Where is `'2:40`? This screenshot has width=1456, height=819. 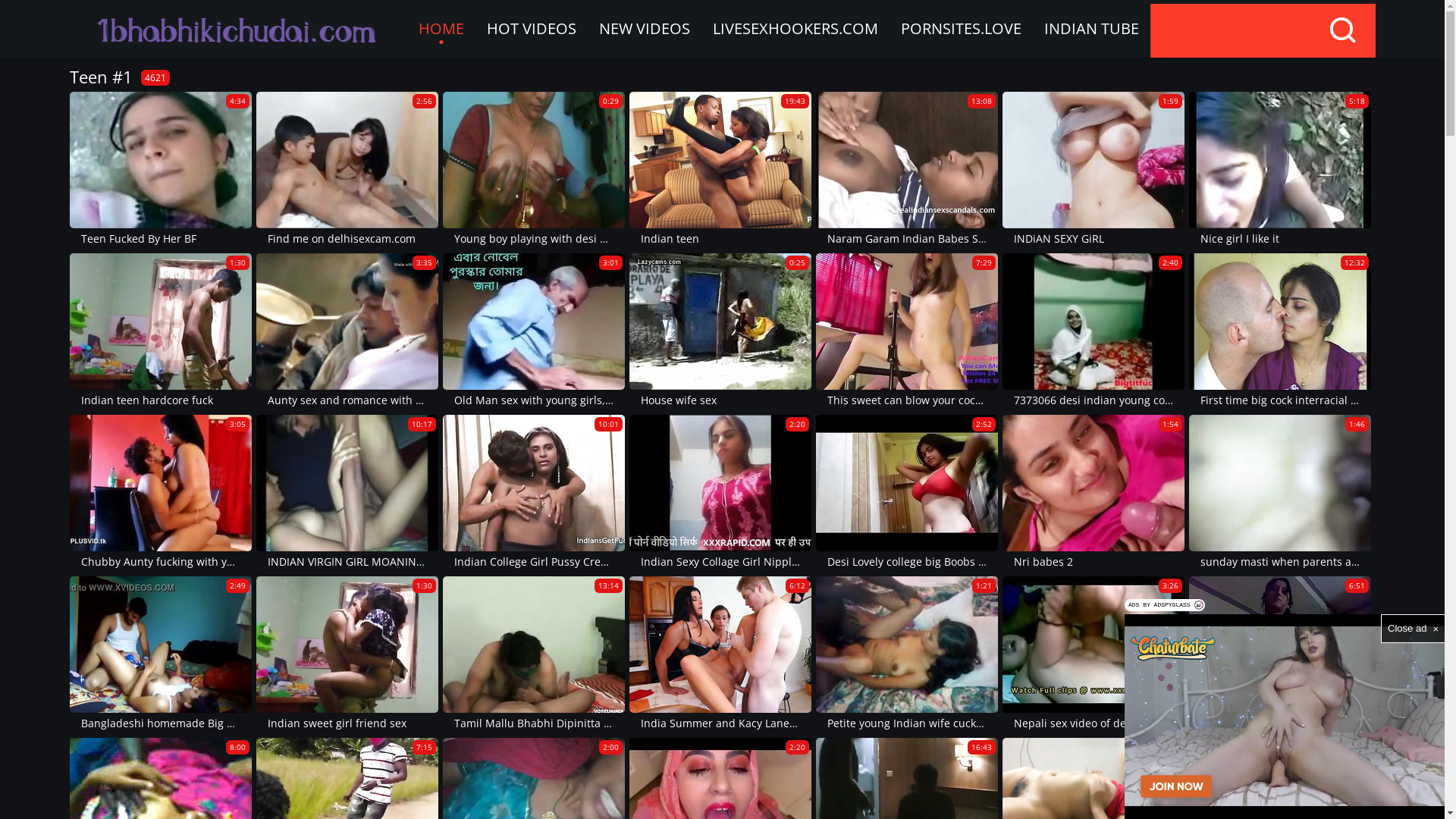
'2:40 is located at coordinates (1093, 331).